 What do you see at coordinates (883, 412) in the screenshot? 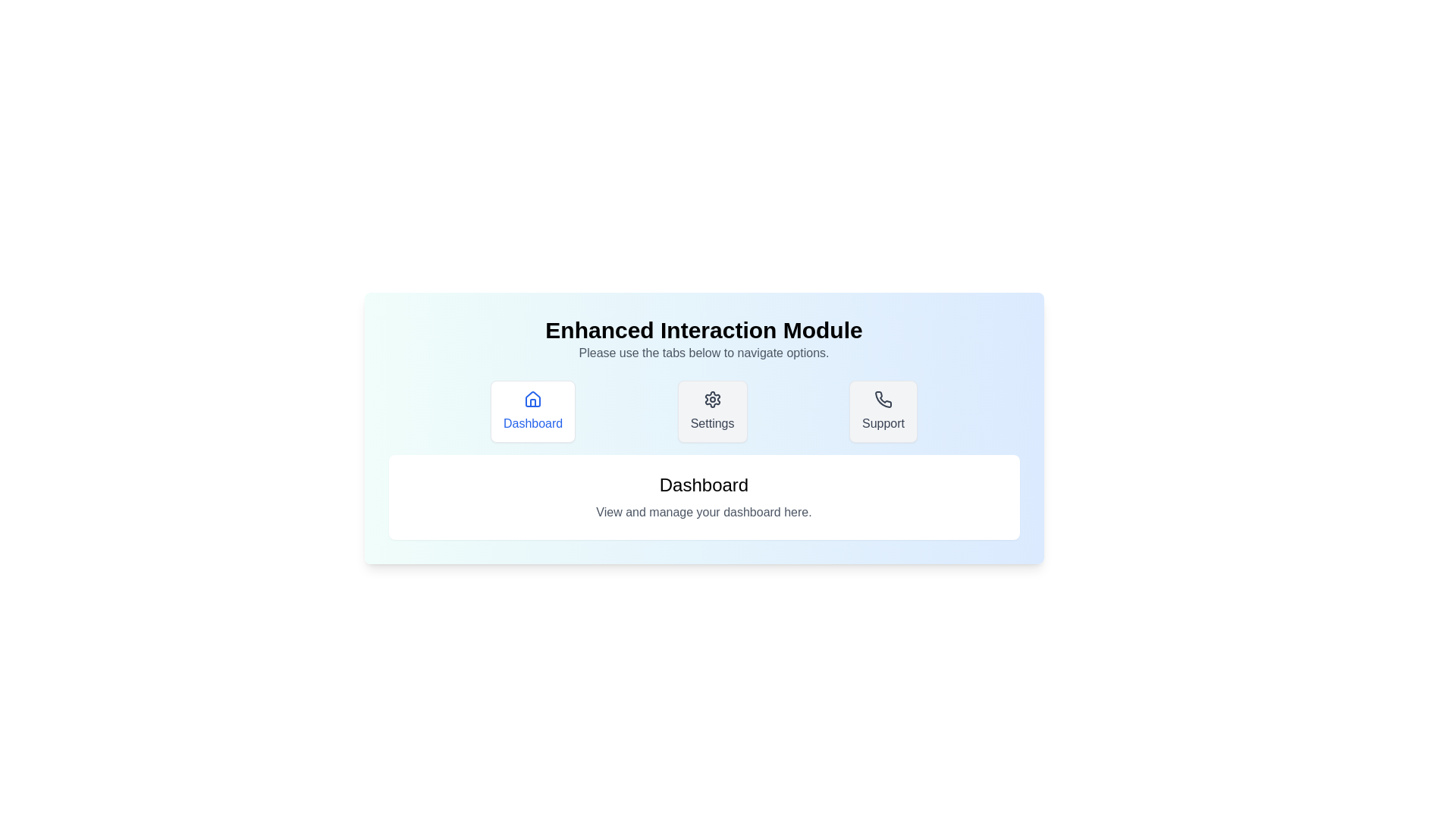
I see `the Support tab to activate it` at bounding box center [883, 412].